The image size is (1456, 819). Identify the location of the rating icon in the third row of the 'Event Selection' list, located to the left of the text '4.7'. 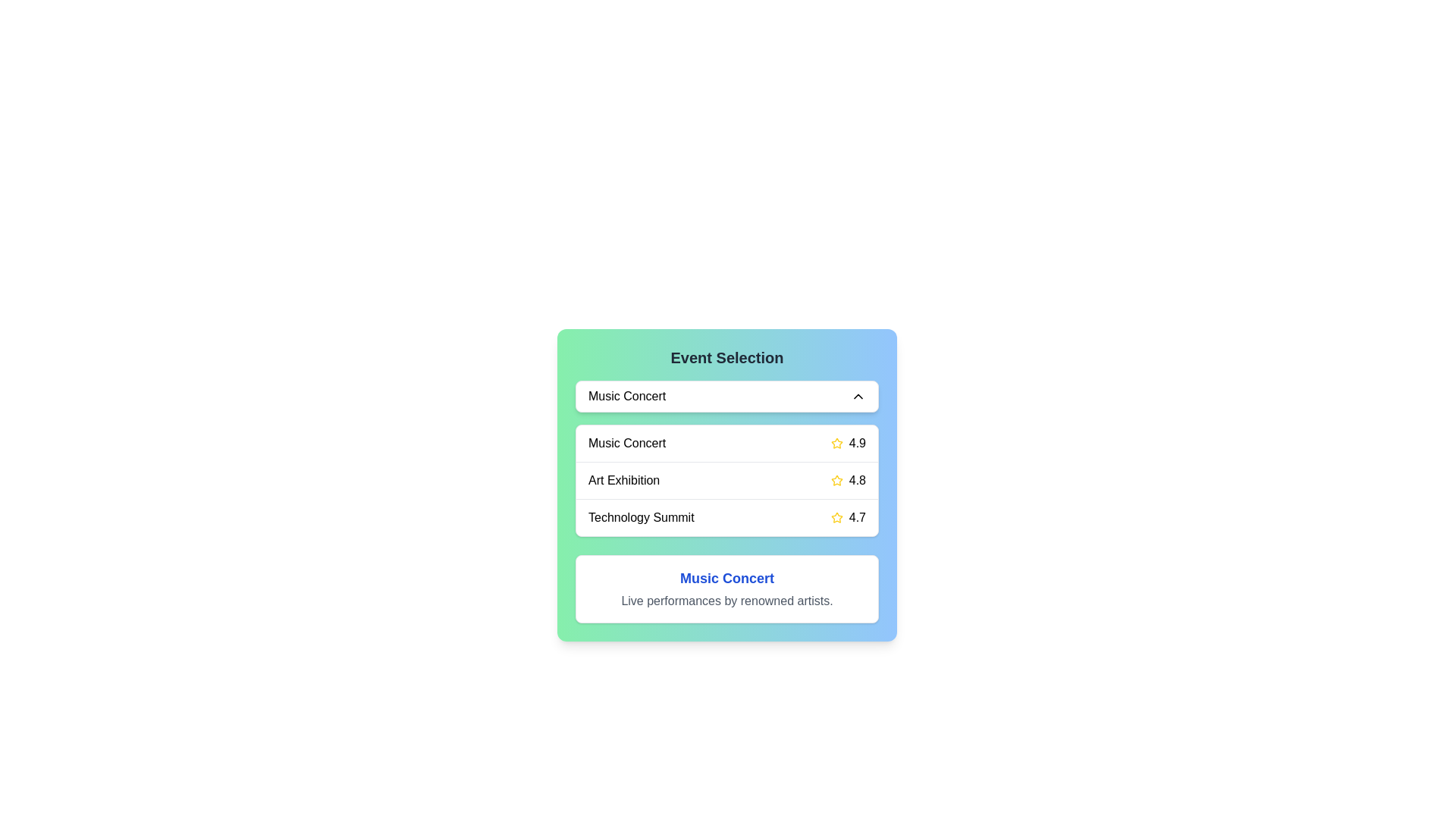
(836, 516).